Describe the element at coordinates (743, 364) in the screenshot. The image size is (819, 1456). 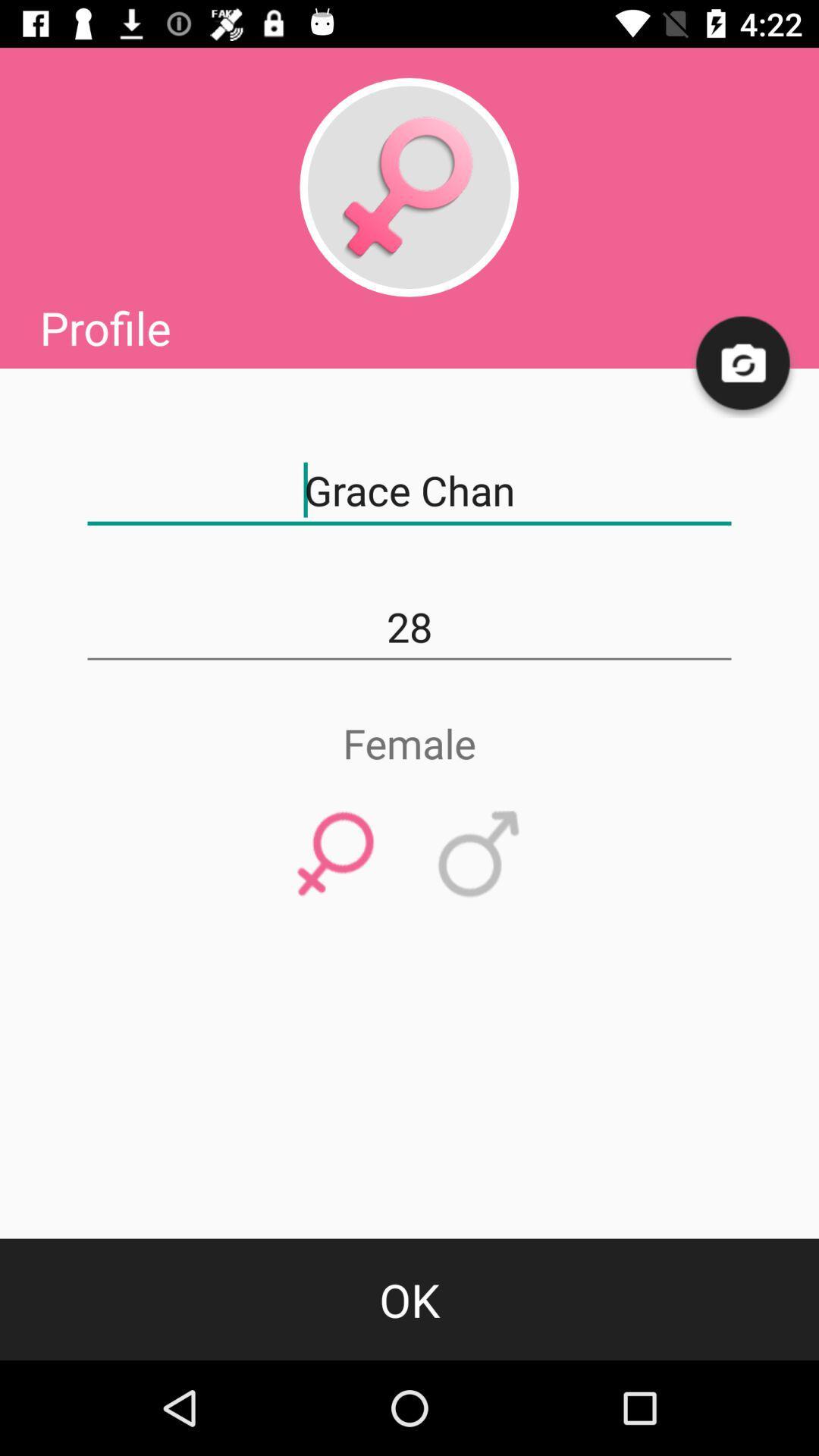
I see `the icon at the top right corner` at that location.